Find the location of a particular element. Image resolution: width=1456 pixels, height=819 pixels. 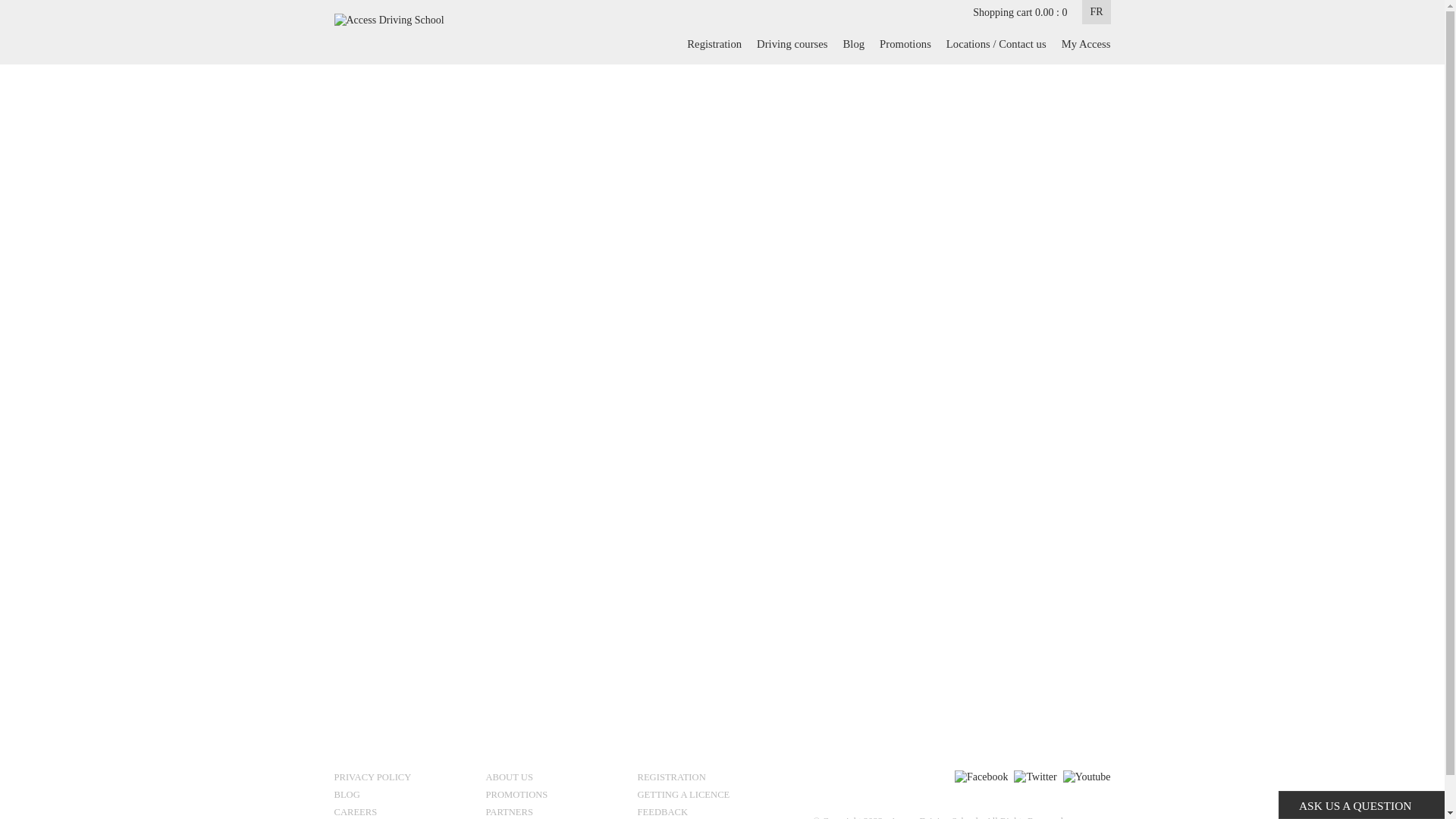

'Ste-Anne De Bellevue' is located at coordinates (538, 223).